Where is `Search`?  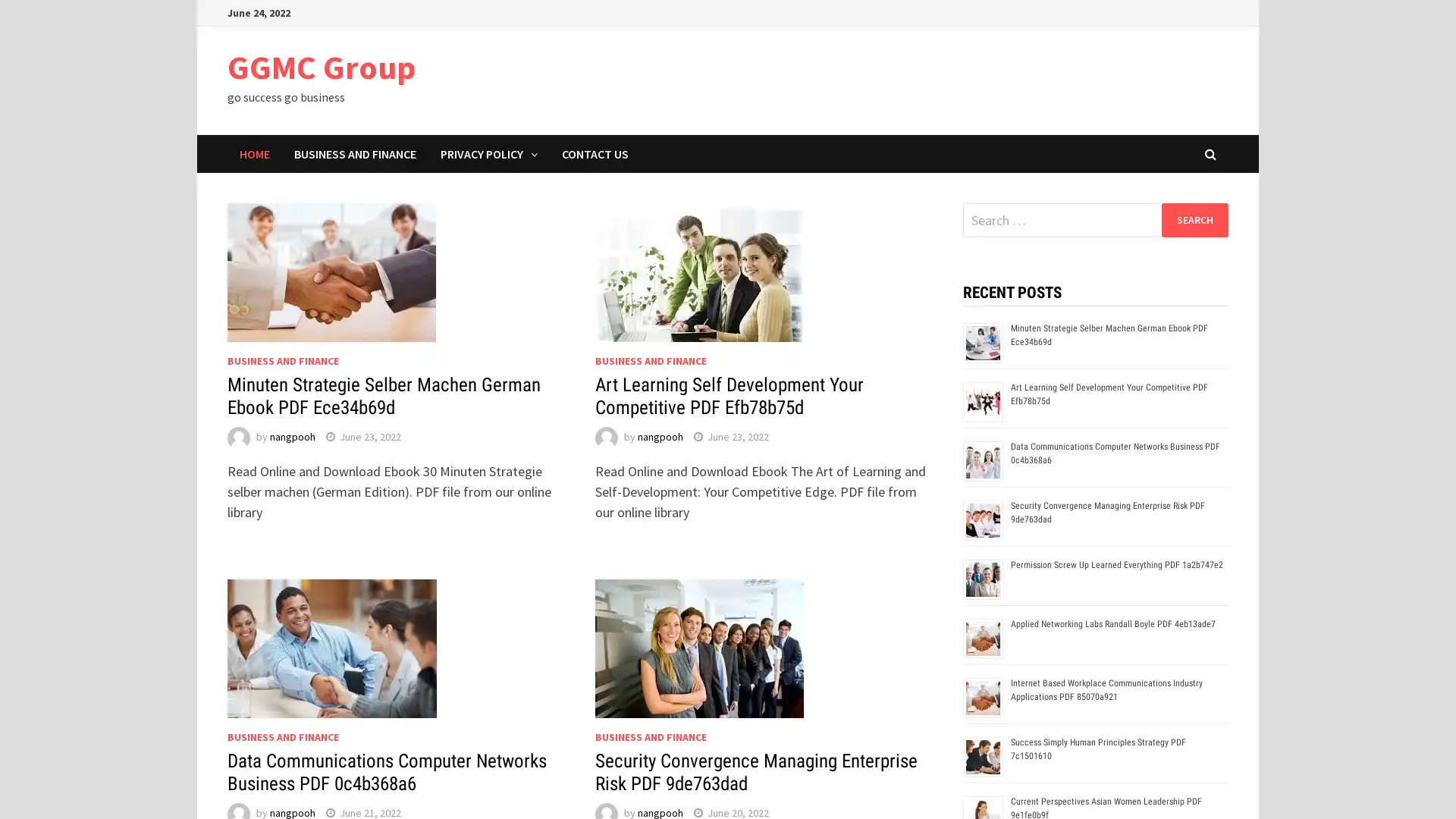
Search is located at coordinates (1194, 219).